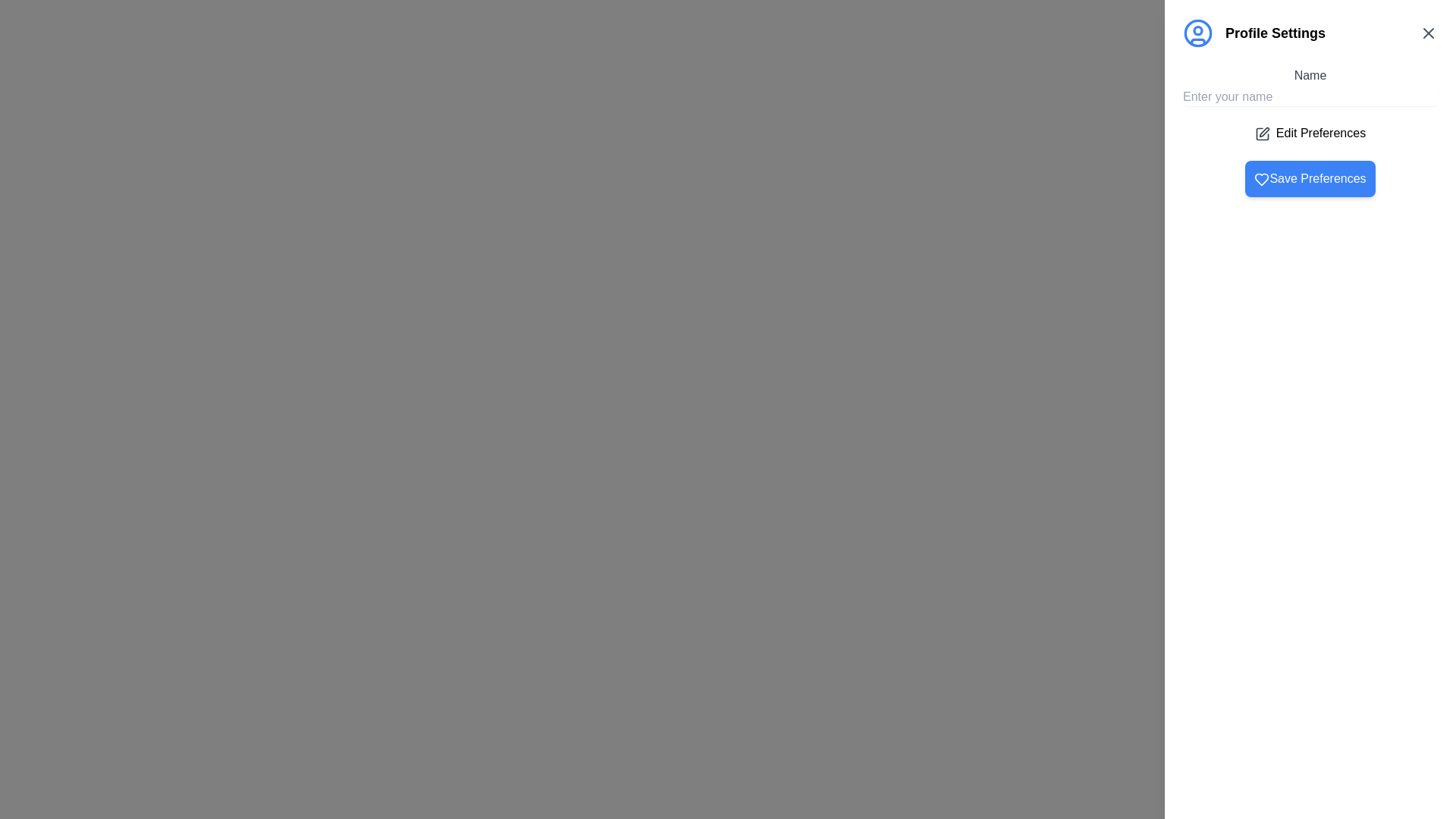 This screenshot has width=1456, height=819. Describe the element at coordinates (1262, 133) in the screenshot. I see `the square-shaped document icon with a folding pen overlay located near the top of the right sidebar, below the 'Profile Settings' title and to the left of the 'Edit Preferences' checkbox` at that location.